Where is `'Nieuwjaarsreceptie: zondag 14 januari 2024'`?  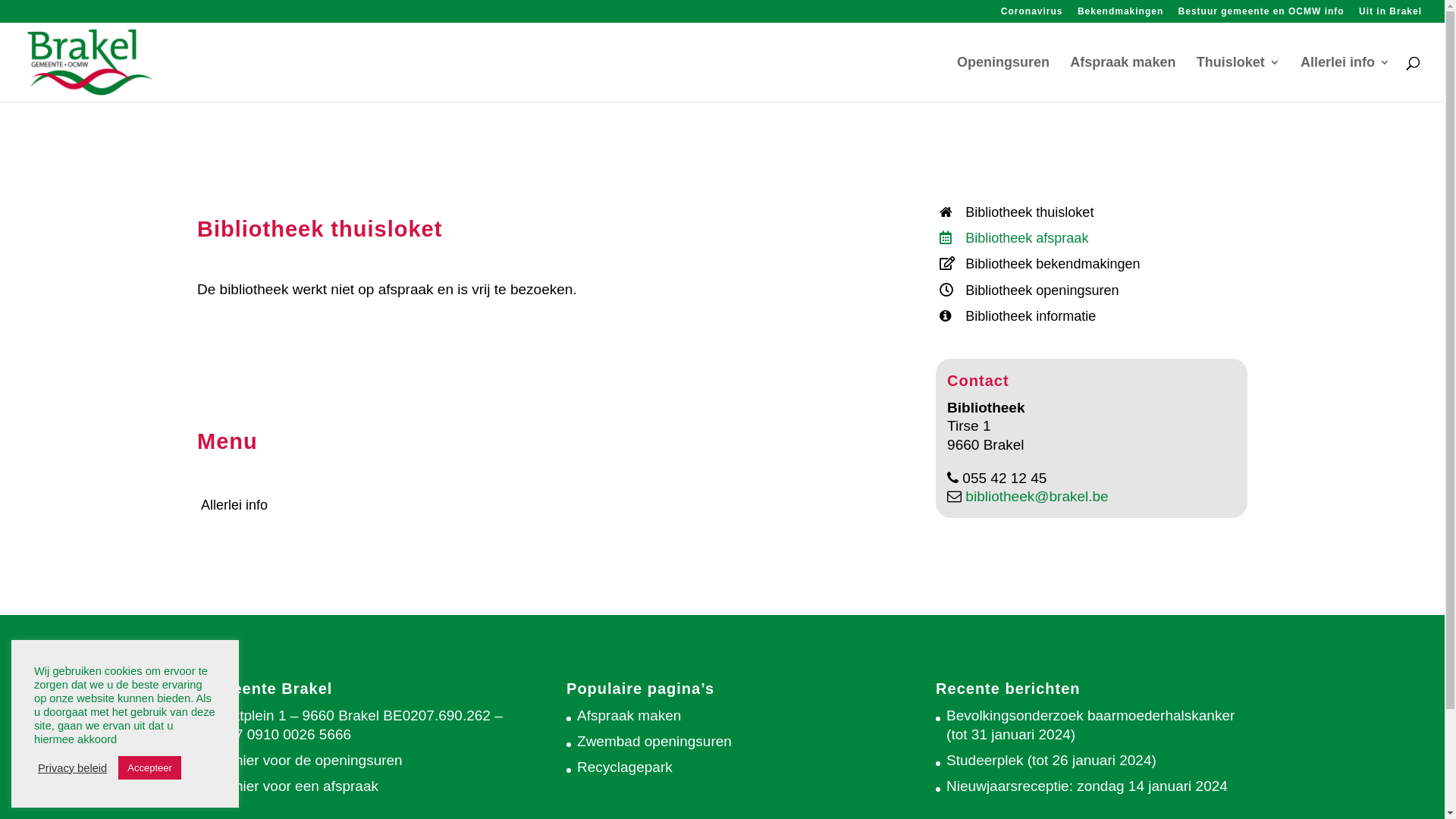
'Nieuwjaarsreceptie: zondag 14 januari 2024' is located at coordinates (1086, 785).